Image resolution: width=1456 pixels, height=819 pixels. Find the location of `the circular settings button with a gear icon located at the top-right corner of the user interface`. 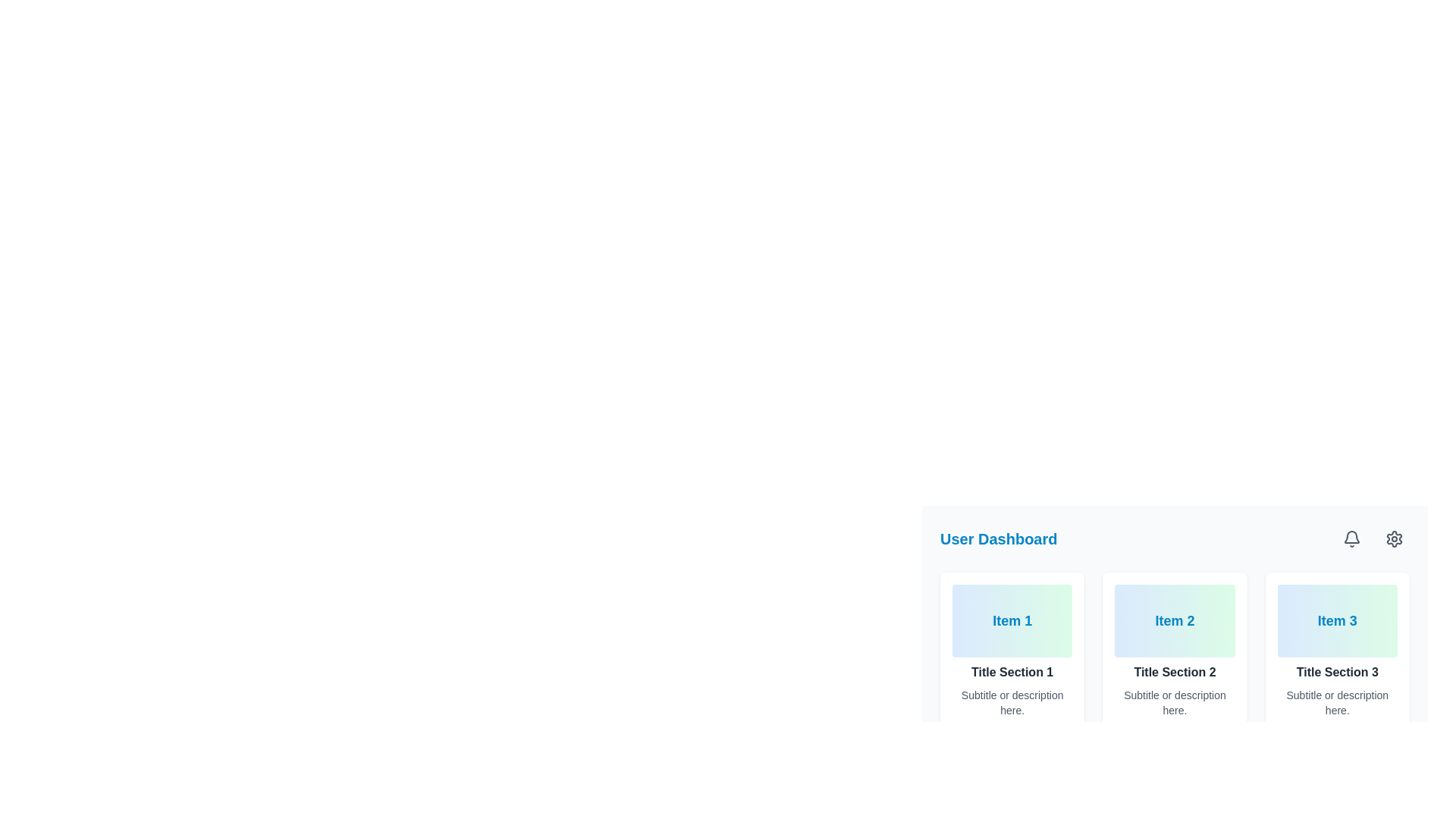

the circular settings button with a gear icon located at the top-right corner of the user interface is located at coordinates (1394, 538).